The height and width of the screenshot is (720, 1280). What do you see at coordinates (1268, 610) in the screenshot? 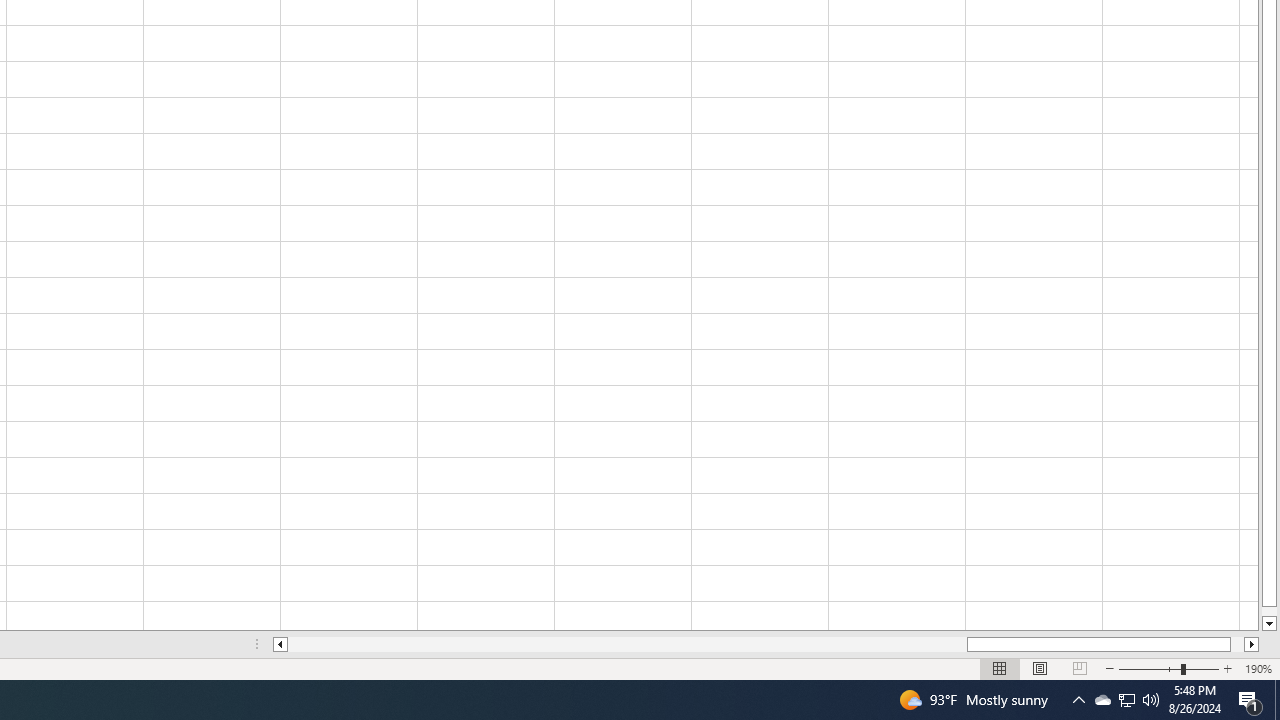
I see `'Page down'` at bounding box center [1268, 610].